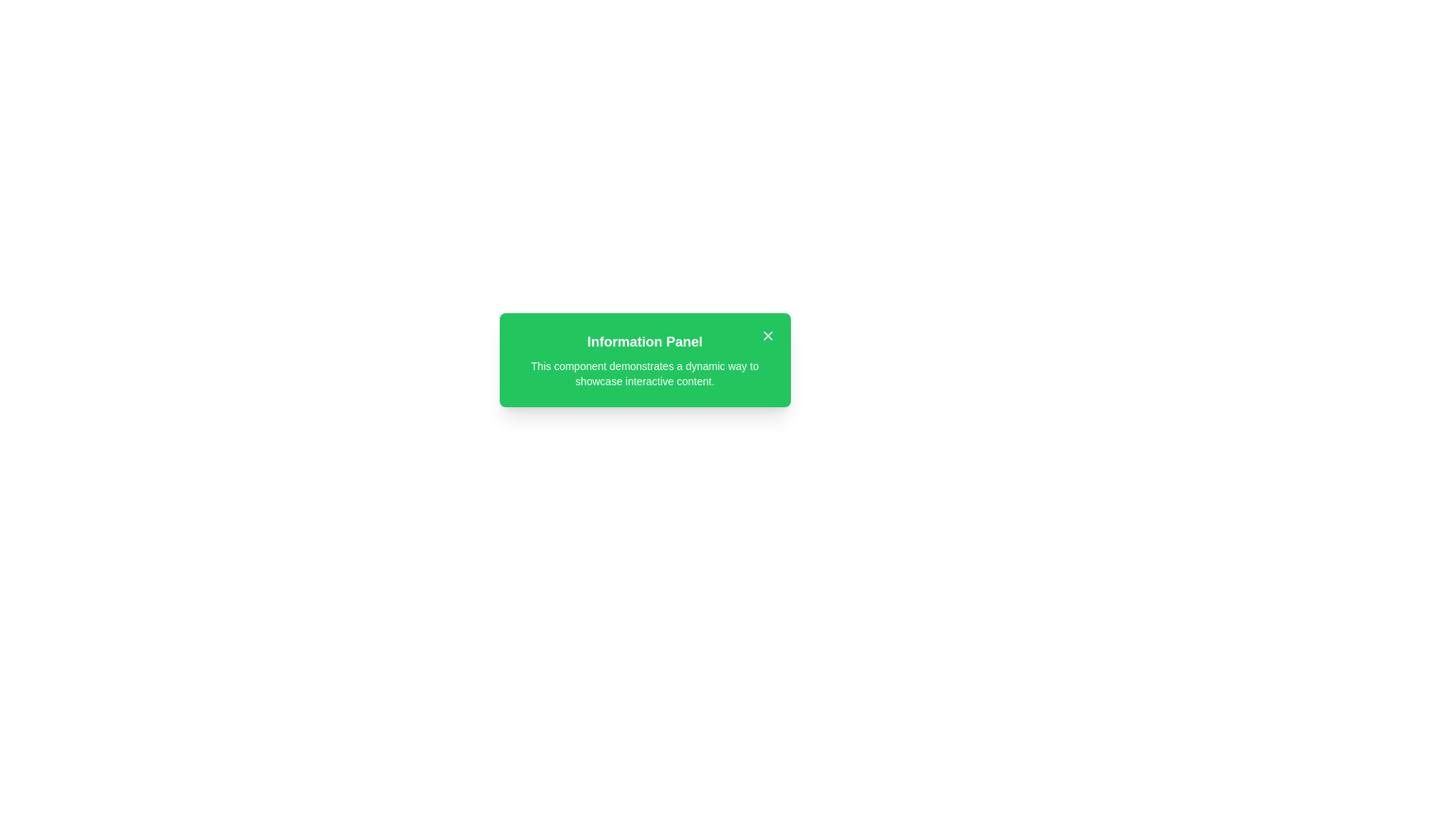 The width and height of the screenshot is (1456, 819). I want to click on the 'Information Panel' text header, which is displayed in bold, large font, white color on a green background, positioned at the top-center of a rectangular panel, so click(645, 342).